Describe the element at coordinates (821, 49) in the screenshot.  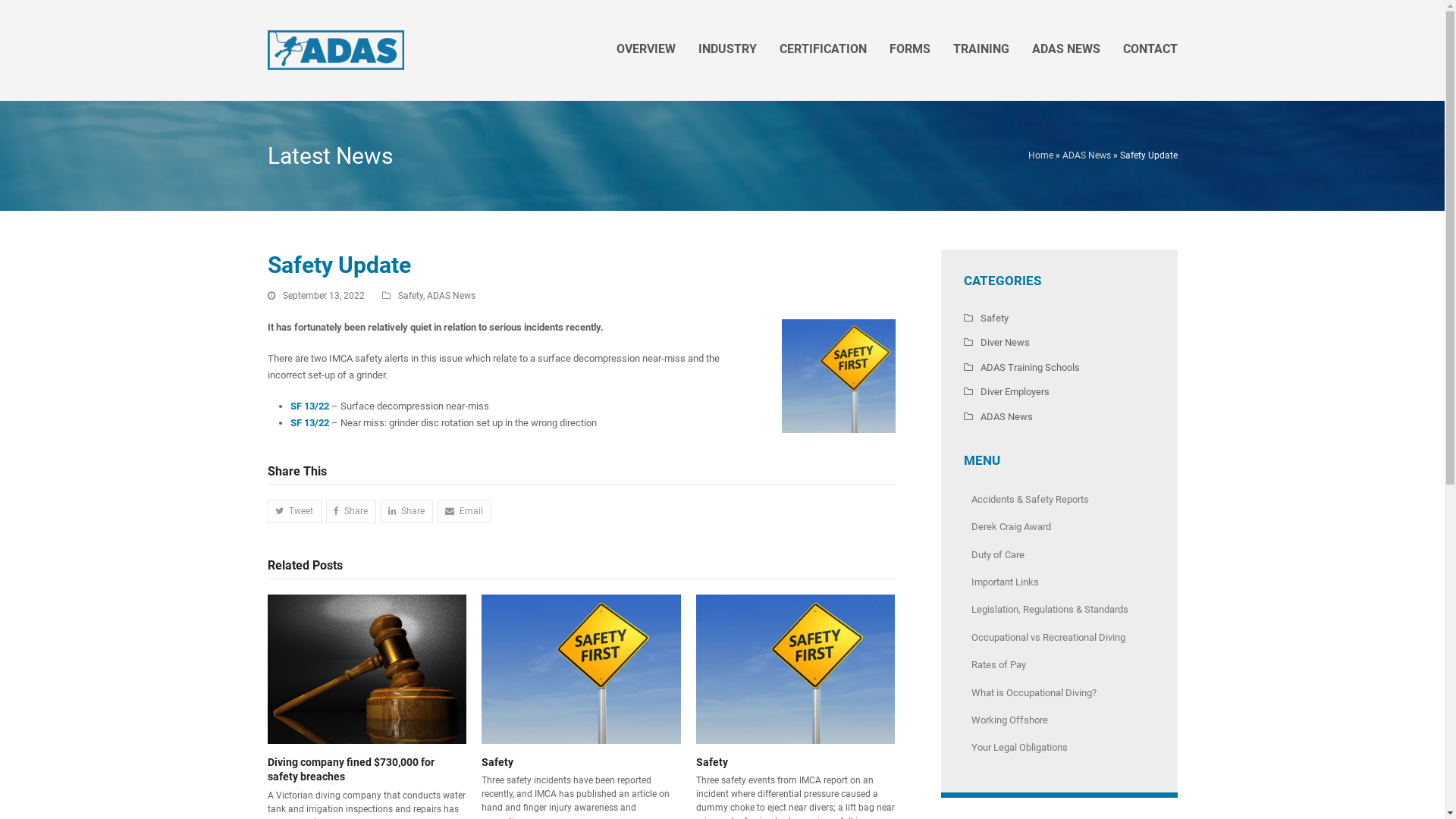
I see `'CERTIFICATION'` at that location.